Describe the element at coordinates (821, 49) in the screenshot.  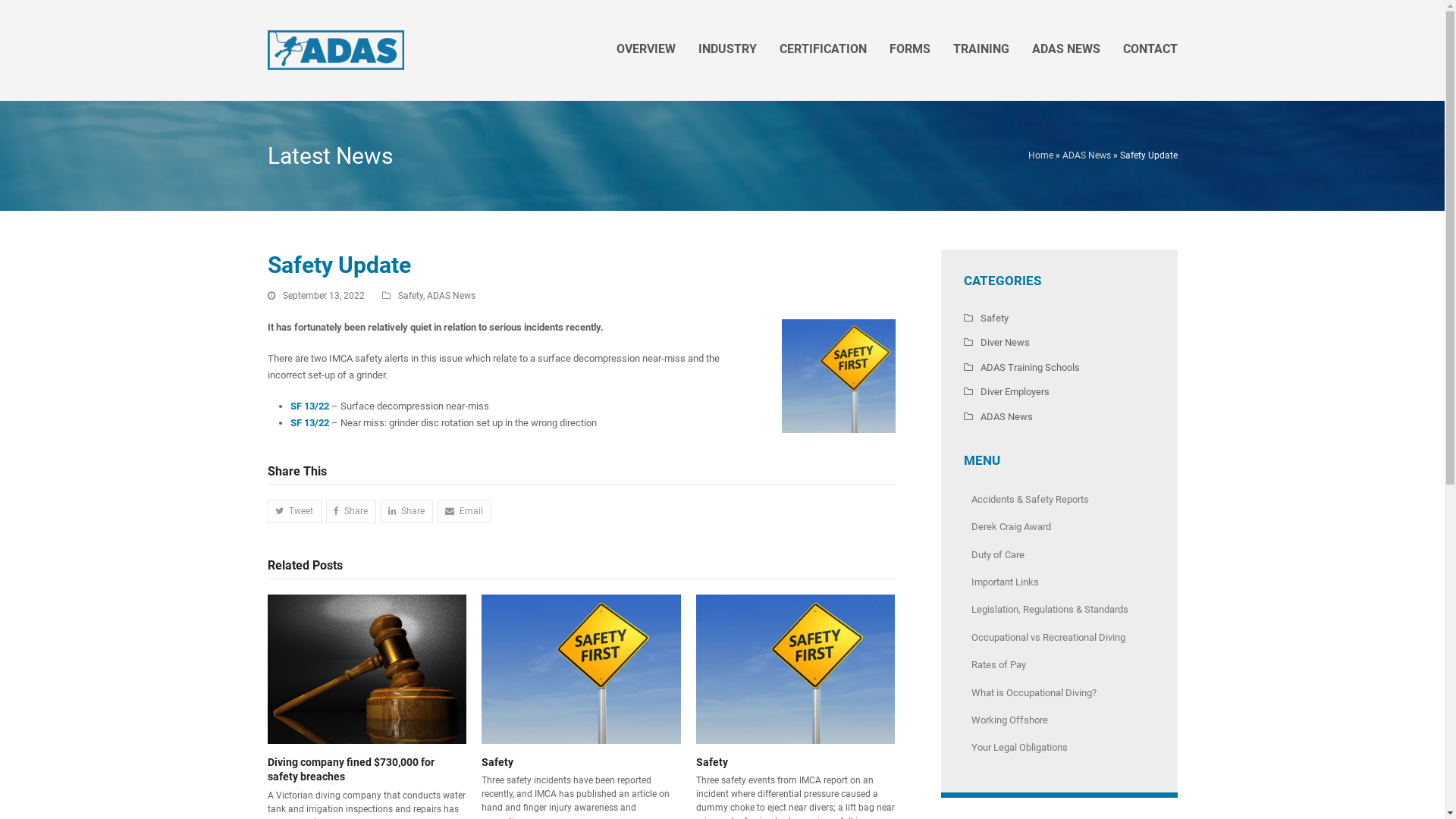
I see `'CERTIFICATION'` at that location.